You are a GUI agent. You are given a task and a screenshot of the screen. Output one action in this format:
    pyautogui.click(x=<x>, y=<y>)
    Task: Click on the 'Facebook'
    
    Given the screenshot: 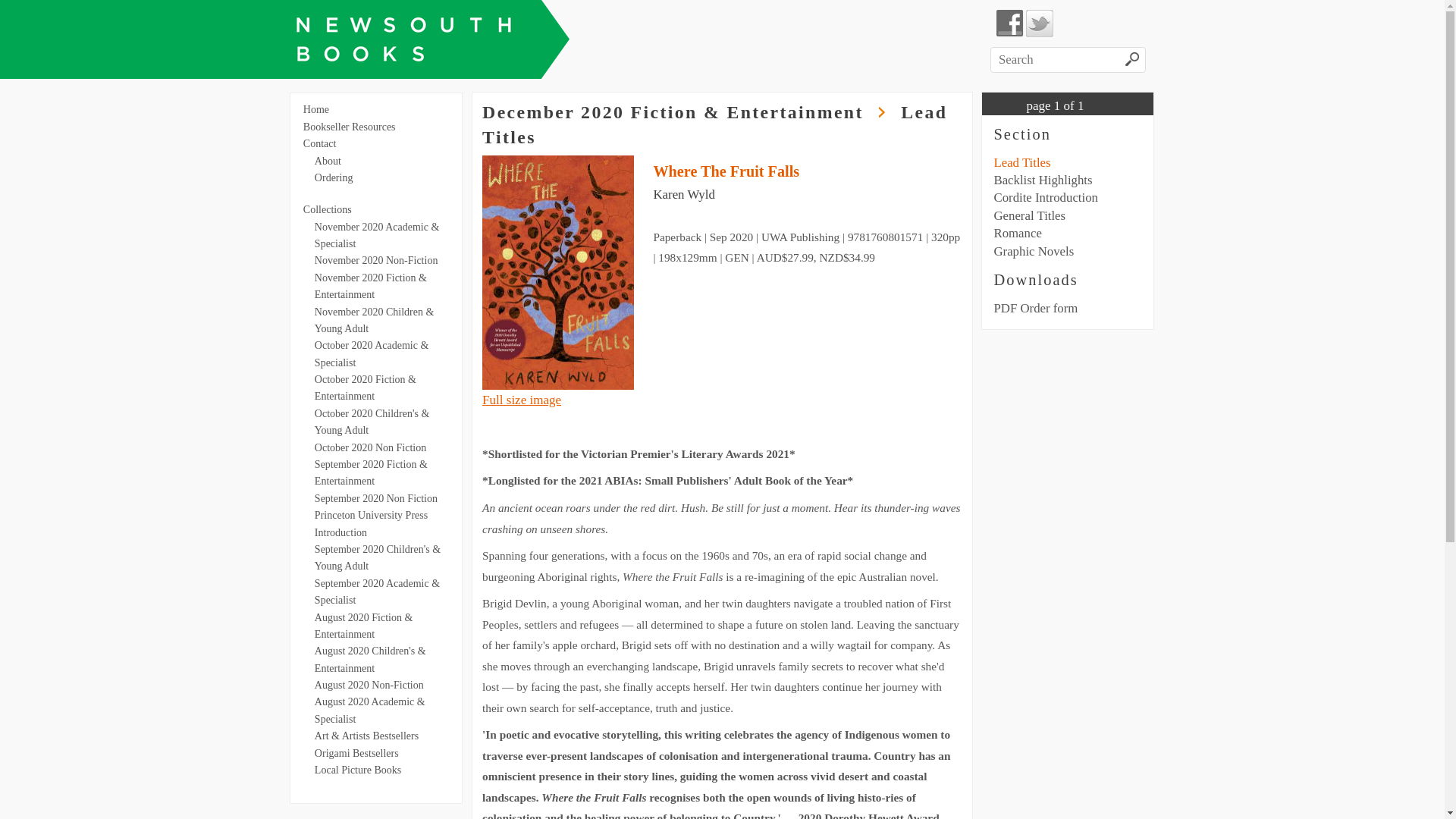 What is the action you would take?
    pyautogui.click(x=996, y=23)
    